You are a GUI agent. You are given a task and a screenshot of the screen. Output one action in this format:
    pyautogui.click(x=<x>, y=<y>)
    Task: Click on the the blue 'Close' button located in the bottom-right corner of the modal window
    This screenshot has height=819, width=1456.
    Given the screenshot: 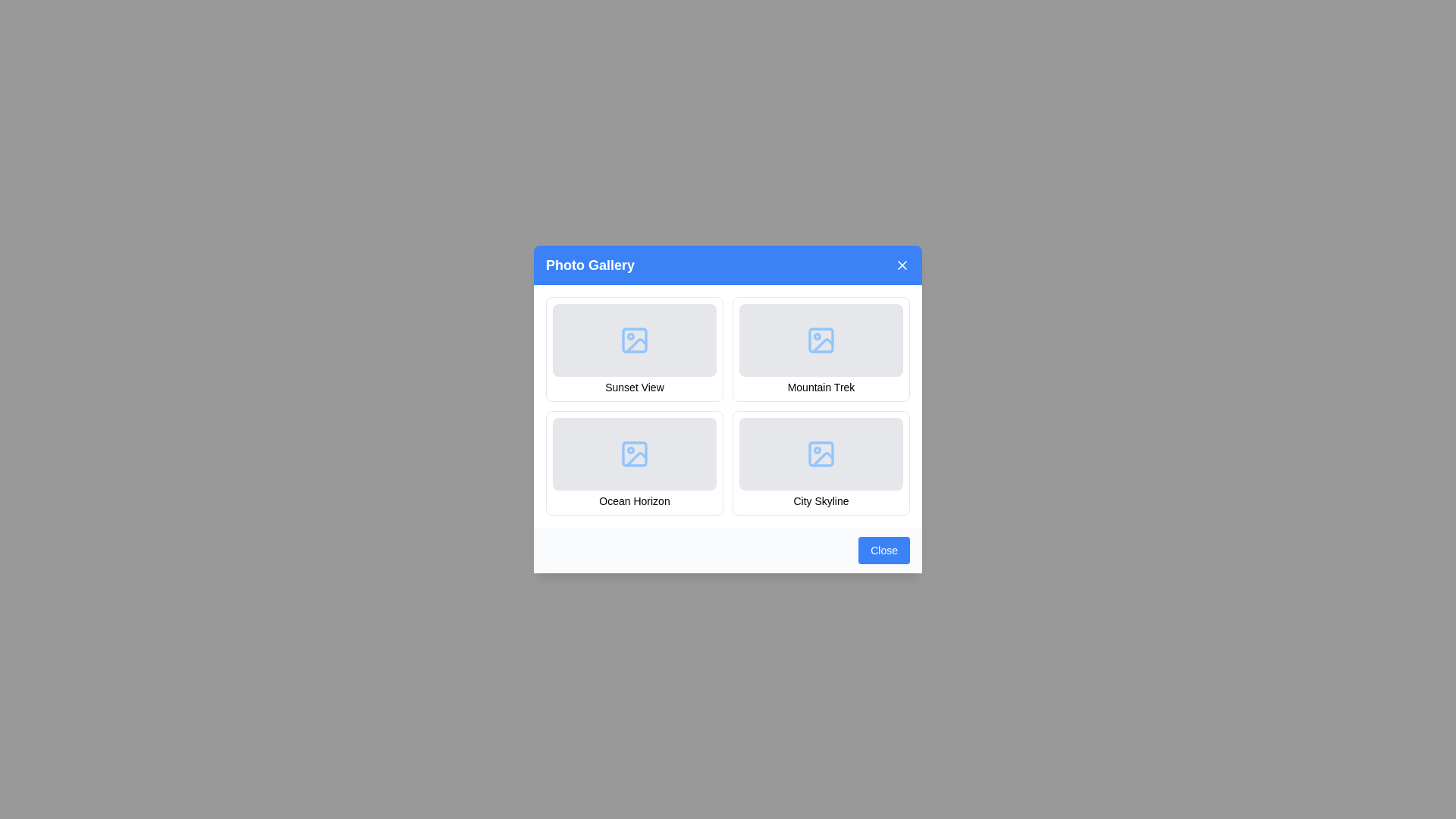 What is the action you would take?
    pyautogui.click(x=884, y=550)
    